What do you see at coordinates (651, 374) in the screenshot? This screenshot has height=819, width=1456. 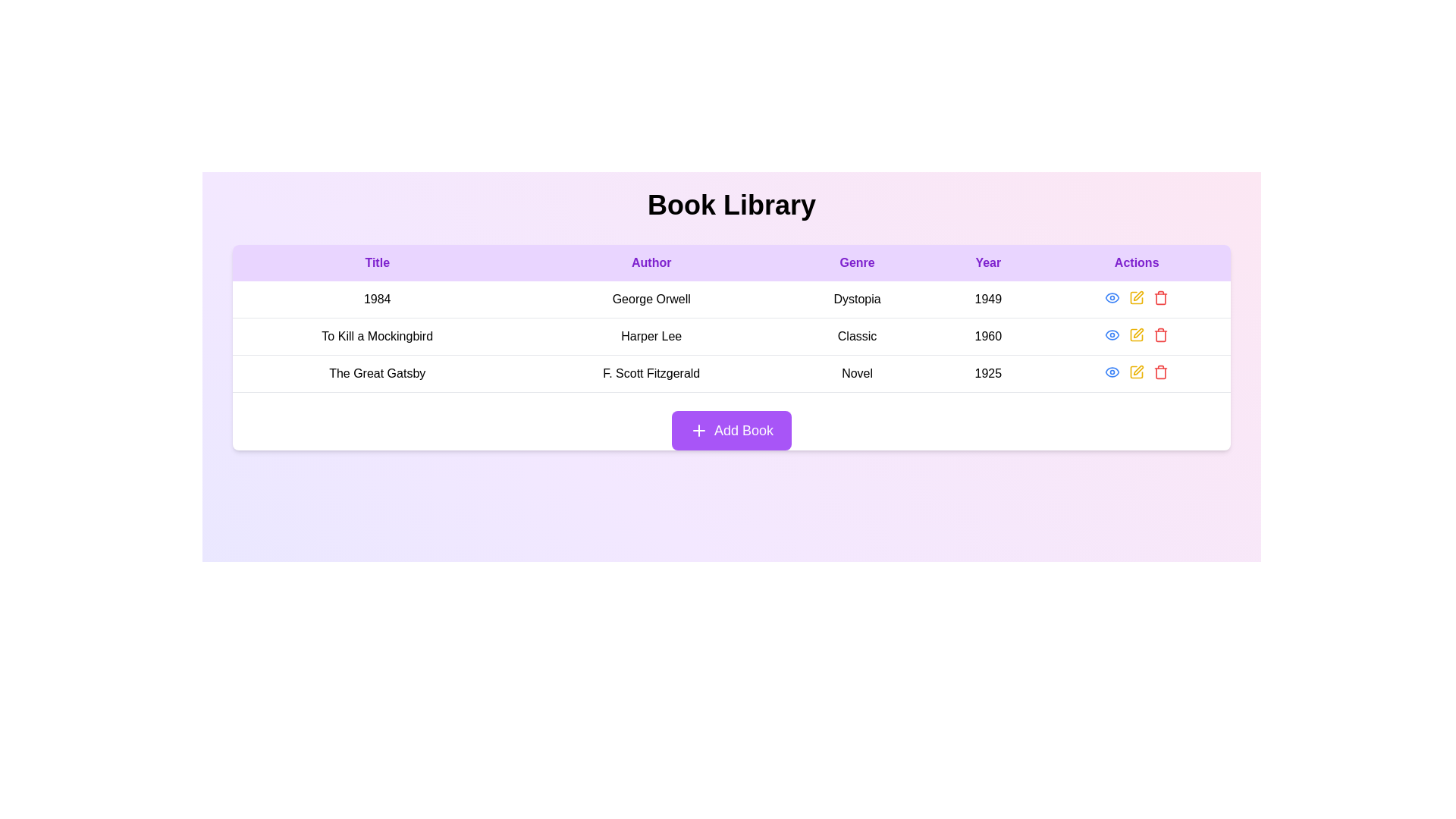 I see `the text label displaying 'F. Scott Fitzgerald' located in the third row of the table under the 'Author' column` at bounding box center [651, 374].